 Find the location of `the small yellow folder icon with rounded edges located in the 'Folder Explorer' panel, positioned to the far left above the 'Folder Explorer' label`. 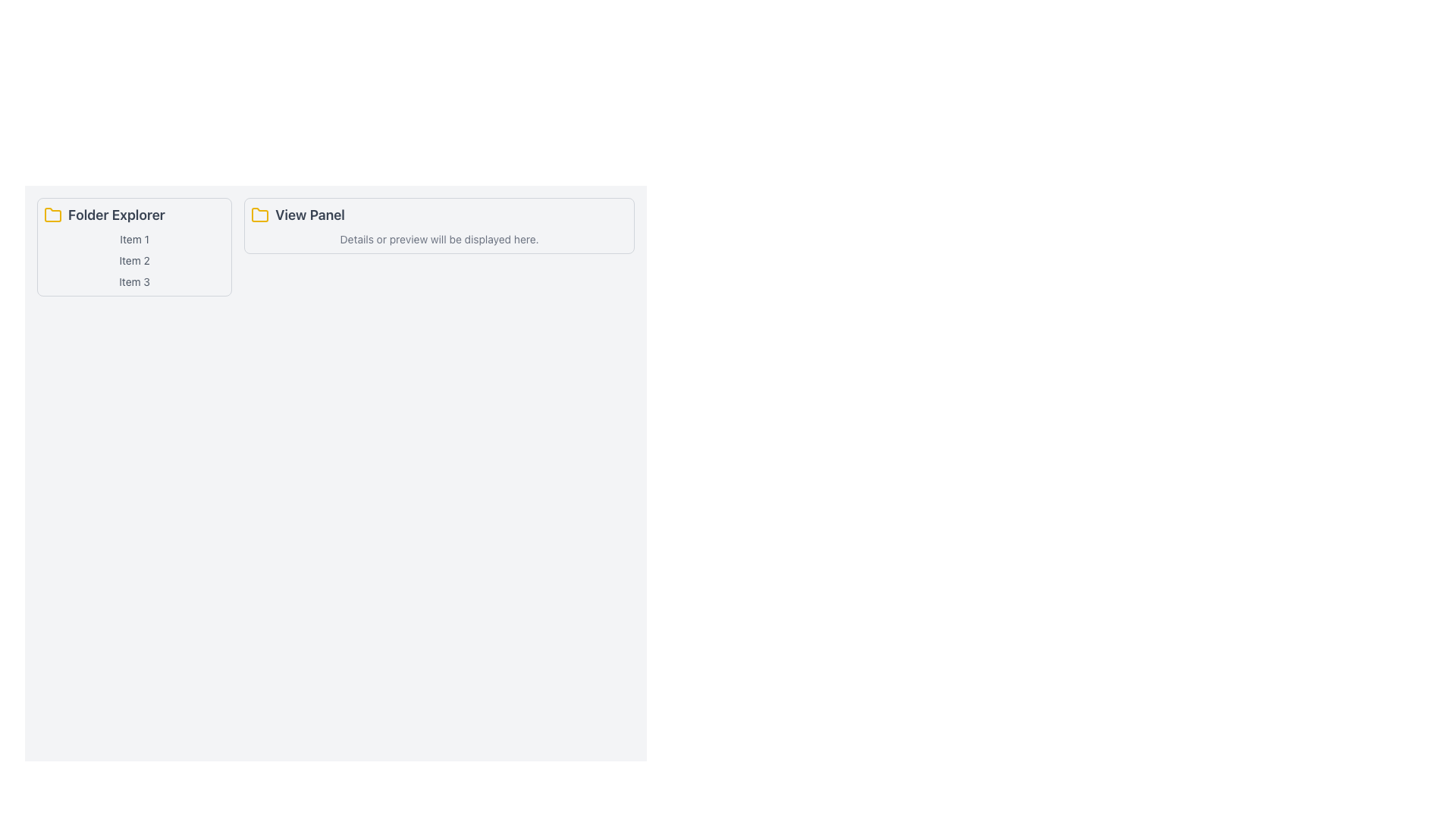

the small yellow folder icon with rounded edges located in the 'Folder Explorer' panel, positioned to the far left above the 'Folder Explorer' label is located at coordinates (53, 215).